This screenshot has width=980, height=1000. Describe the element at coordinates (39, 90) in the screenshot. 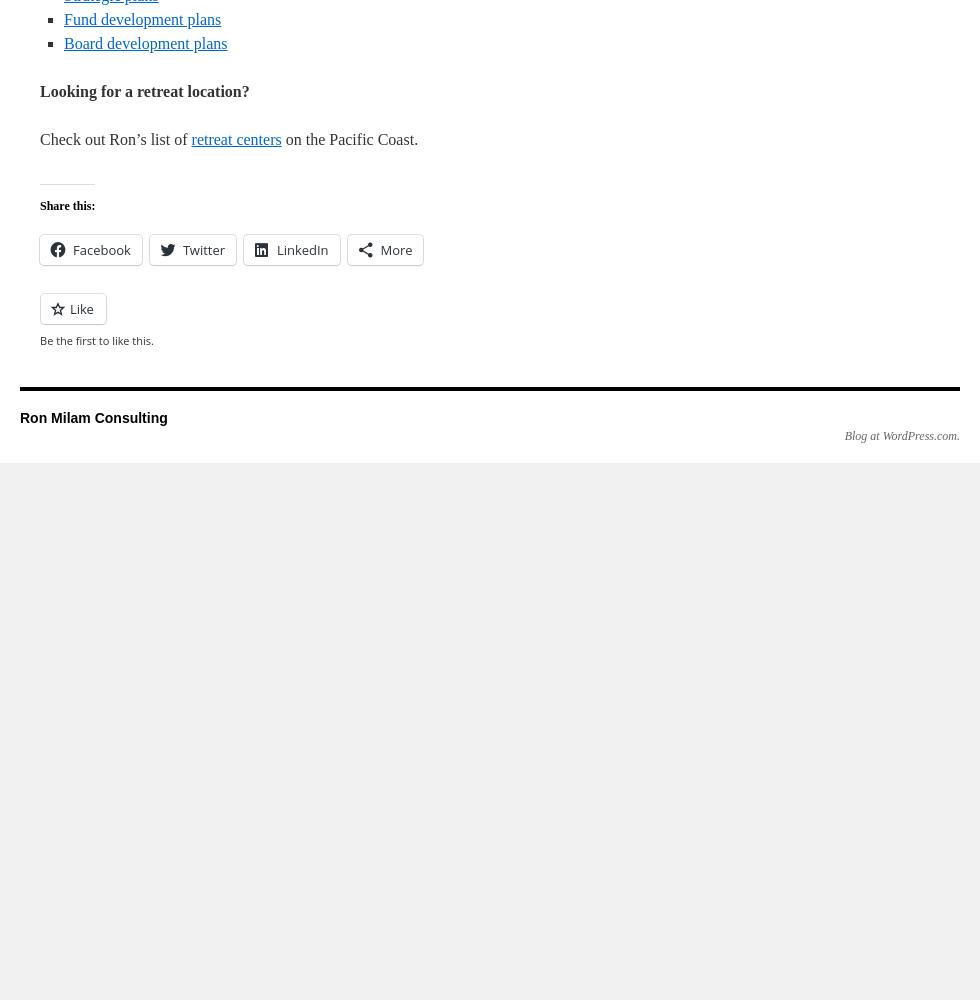

I see `'Looking for a retreat location'` at that location.